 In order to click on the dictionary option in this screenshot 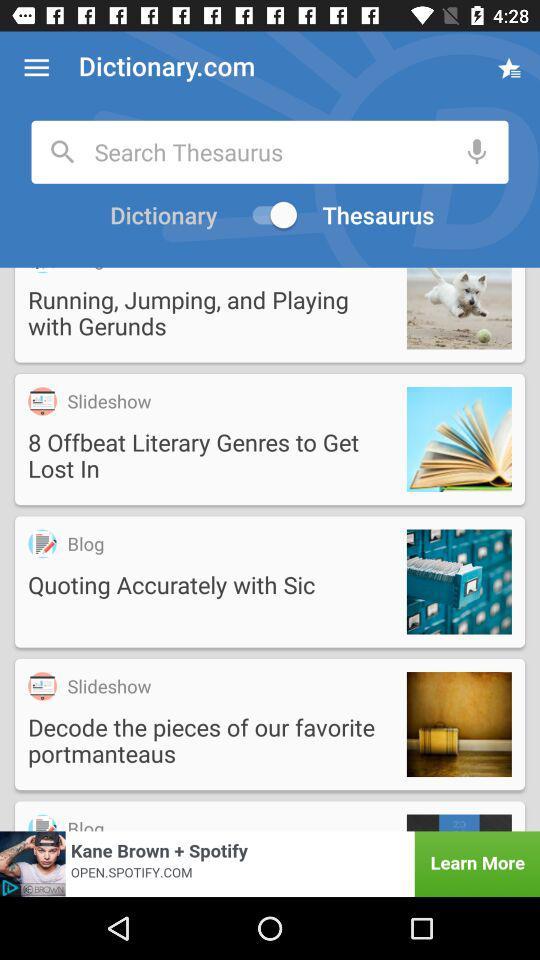, I will do `click(159, 215)`.